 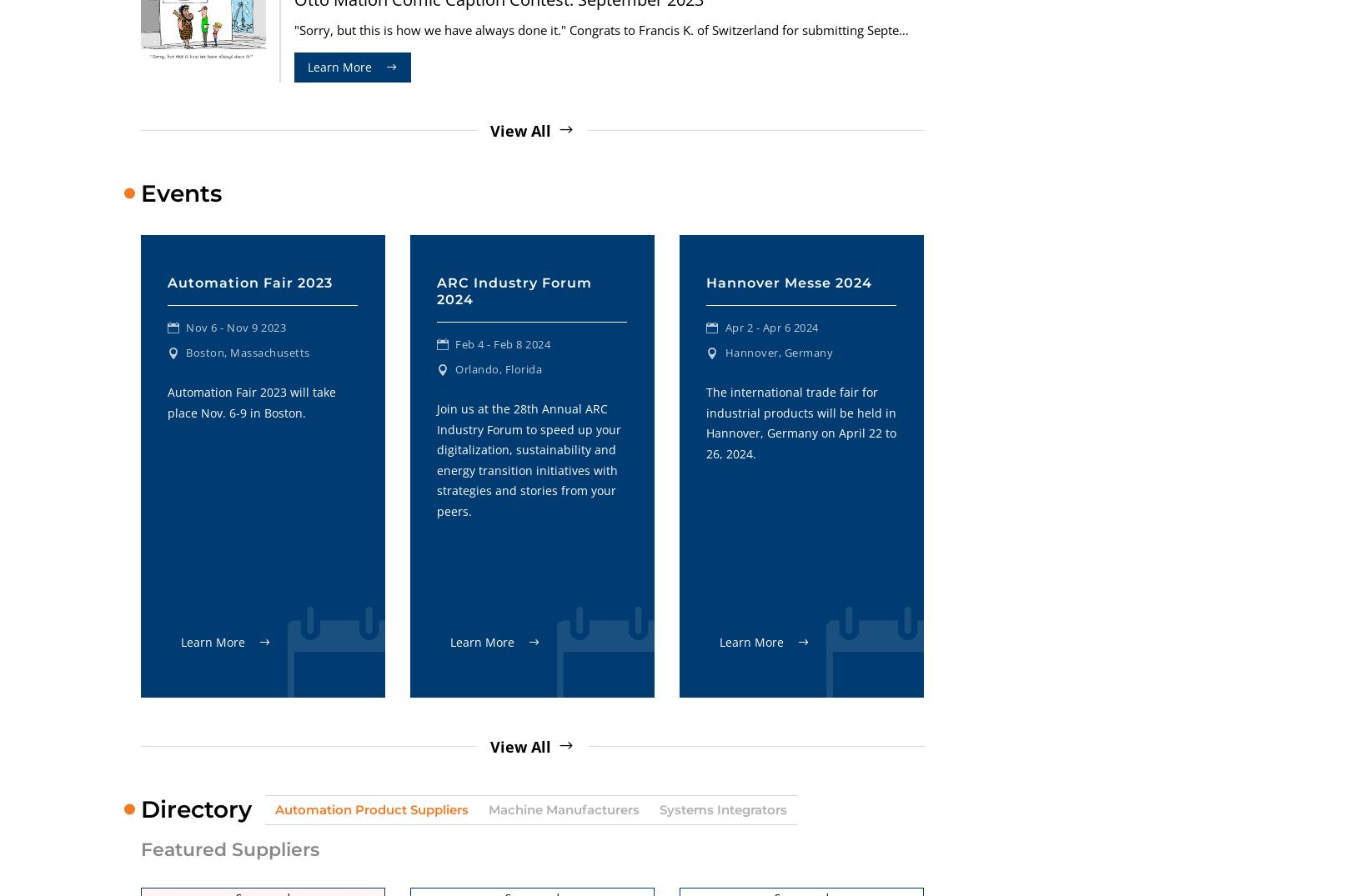 I want to click on 'Apr 2 - Apr 6 2024', so click(x=770, y=326).